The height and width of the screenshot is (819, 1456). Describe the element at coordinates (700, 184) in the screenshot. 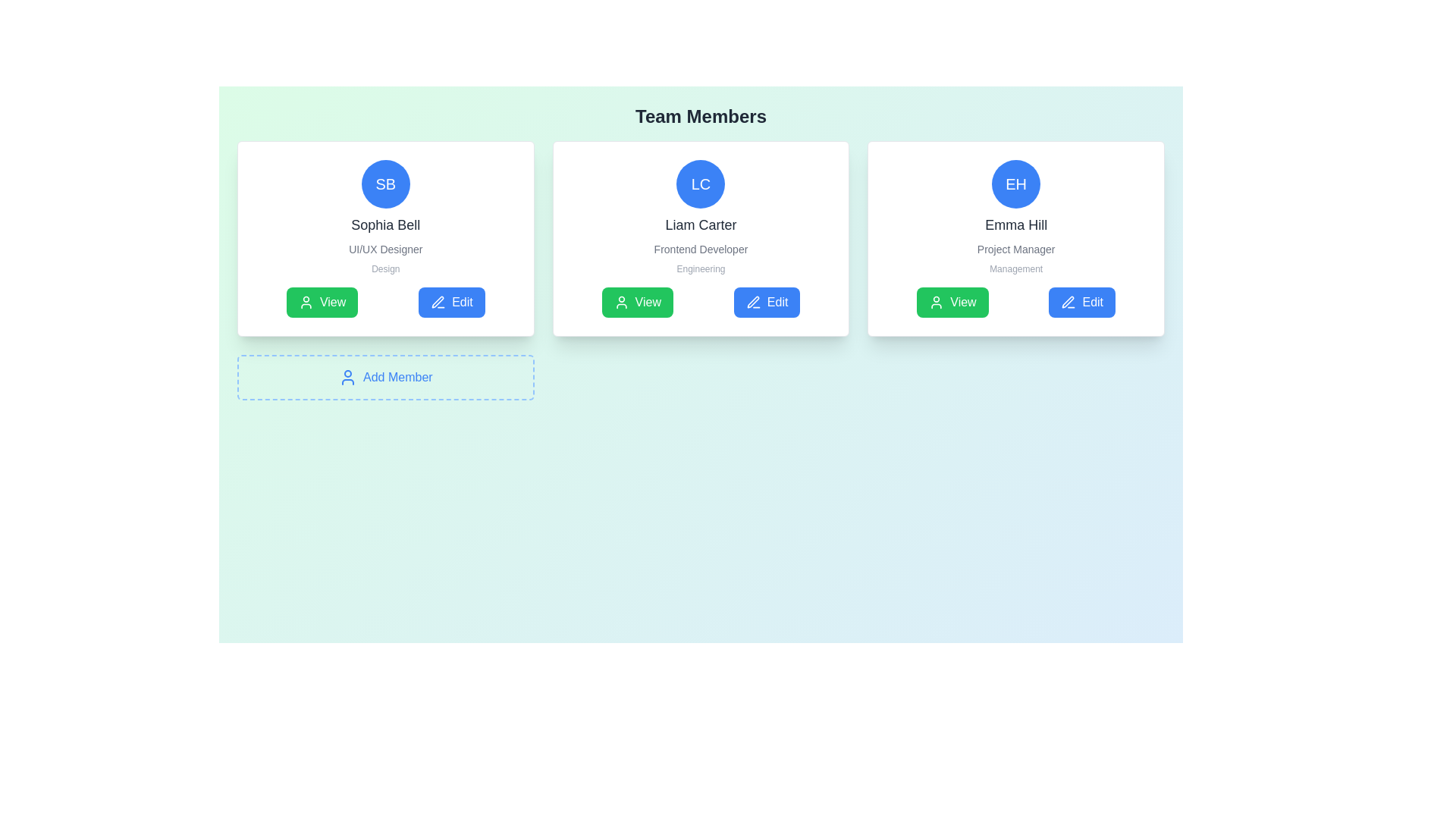

I see `the avatar element representing the user, which is located at the top-center of the profile card above the name 'Liam Carter' and the role 'Frontend Developer'` at that location.